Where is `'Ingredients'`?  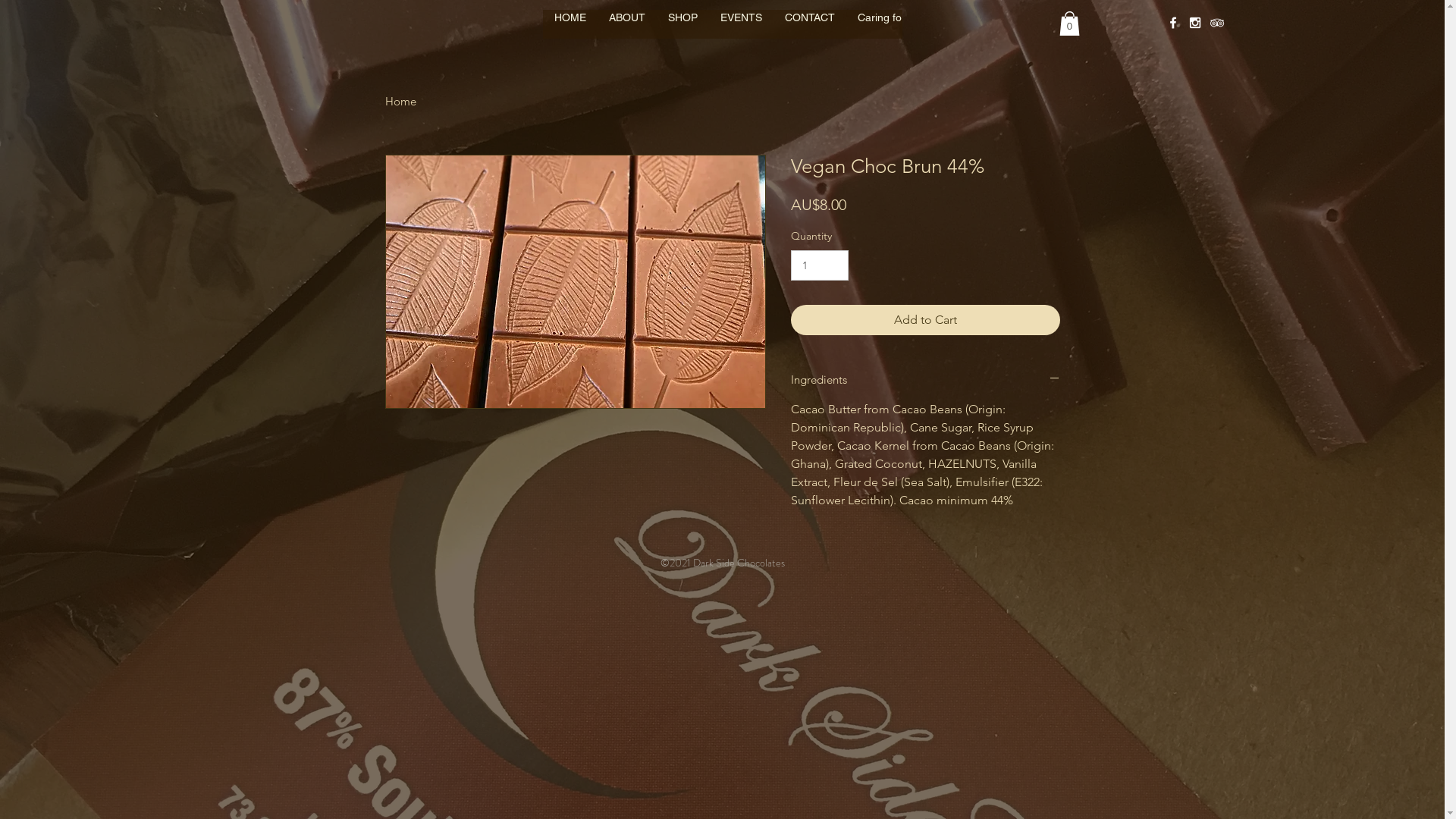
'Ingredients' is located at coordinates (789, 378).